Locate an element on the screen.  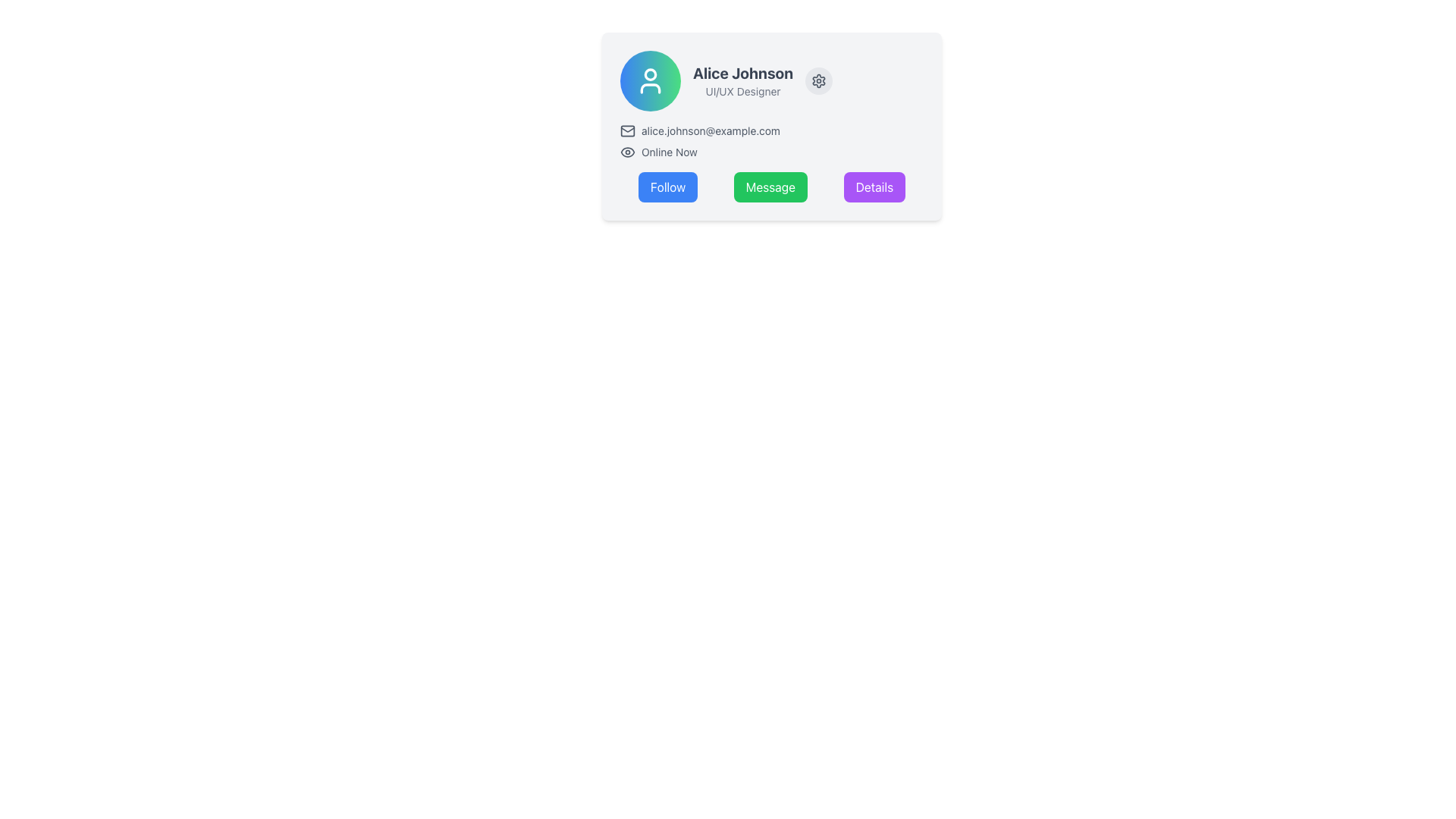
the 'Message' button located in the user profile card for 'Alice Johnson', which is the middle button among 'Follow', 'Message', and 'Details' is located at coordinates (771, 186).